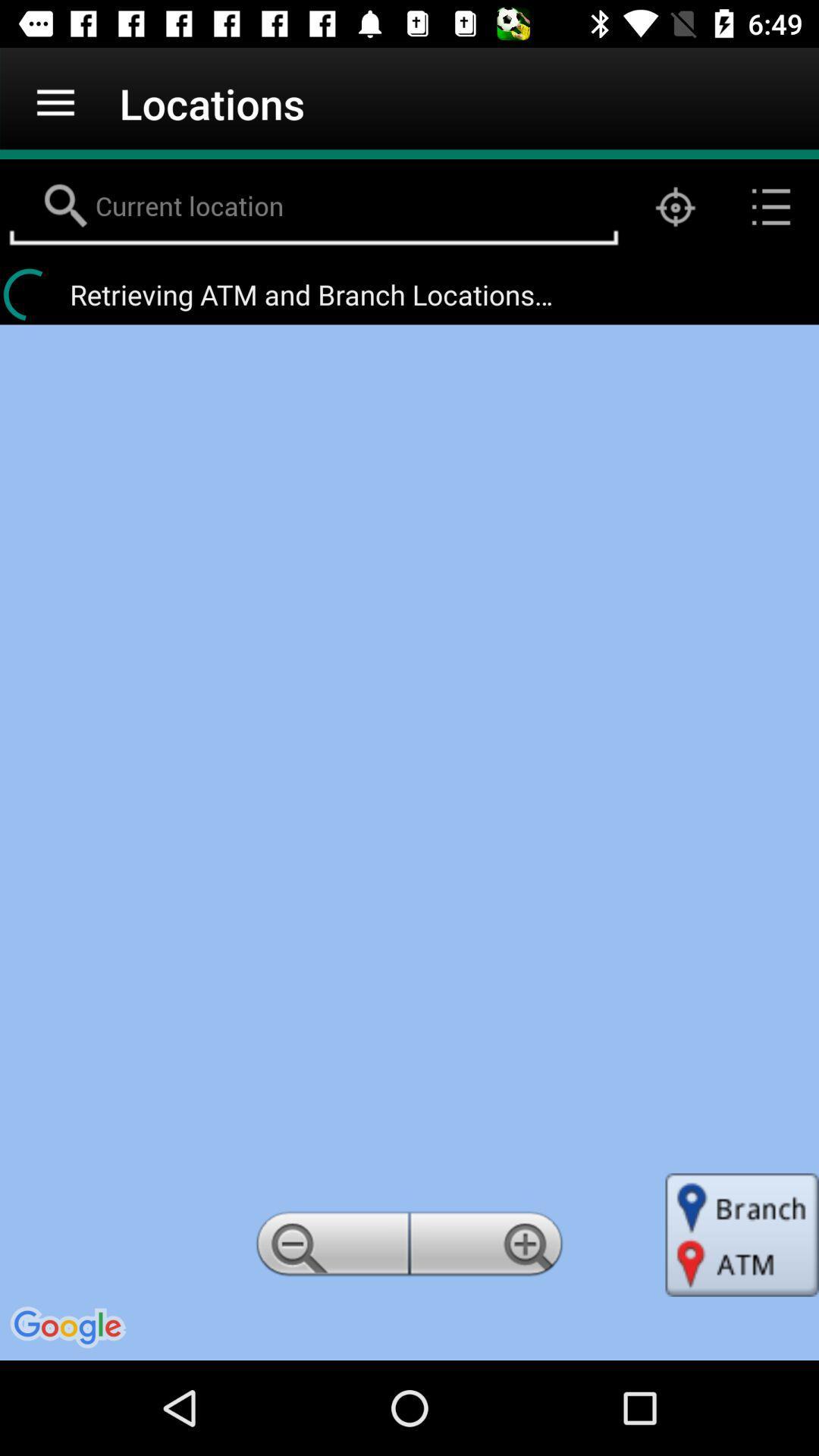 The image size is (819, 1456). What do you see at coordinates (675, 206) in the screenshot?
I see `the icon above retrieving atm and icon` at bounding box center [675, 206].